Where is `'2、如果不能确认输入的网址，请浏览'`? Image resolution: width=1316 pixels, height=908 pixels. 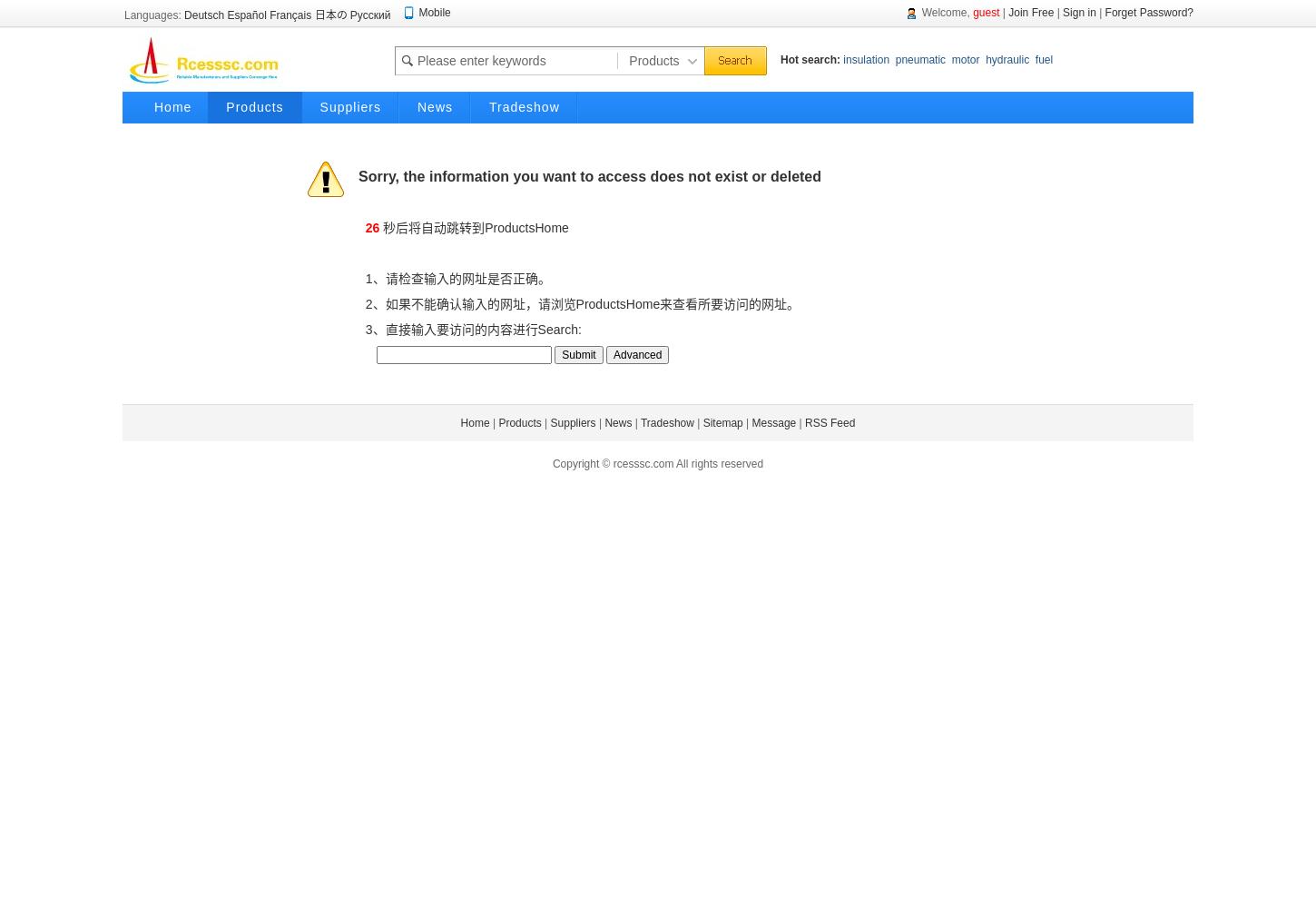
'2、如果不能确认输入的网址，请浏览' is located at coordinates (466, 303).